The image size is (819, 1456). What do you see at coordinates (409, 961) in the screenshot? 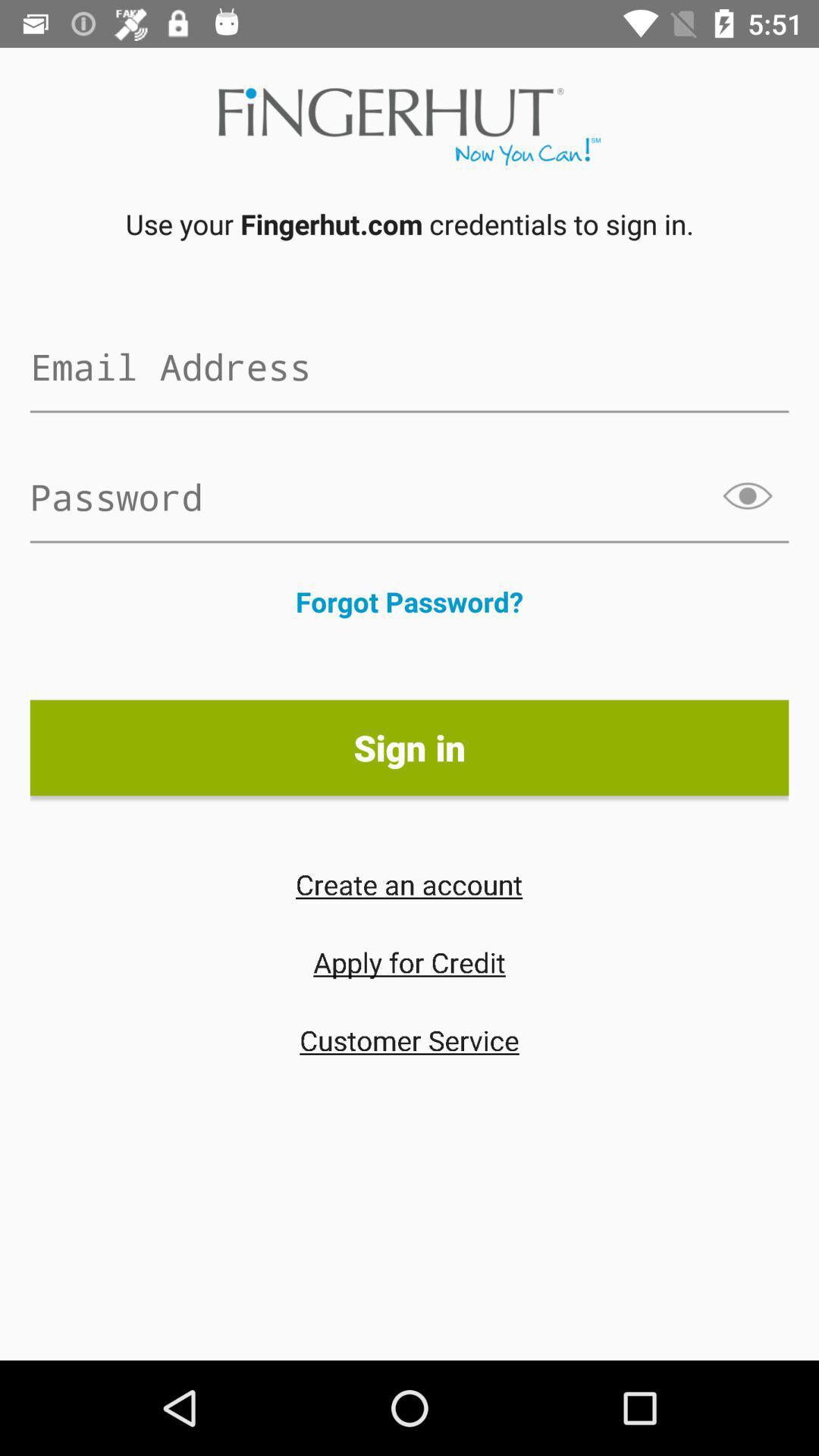
I see `the apply for credit item` at bounding box center [409, 961].